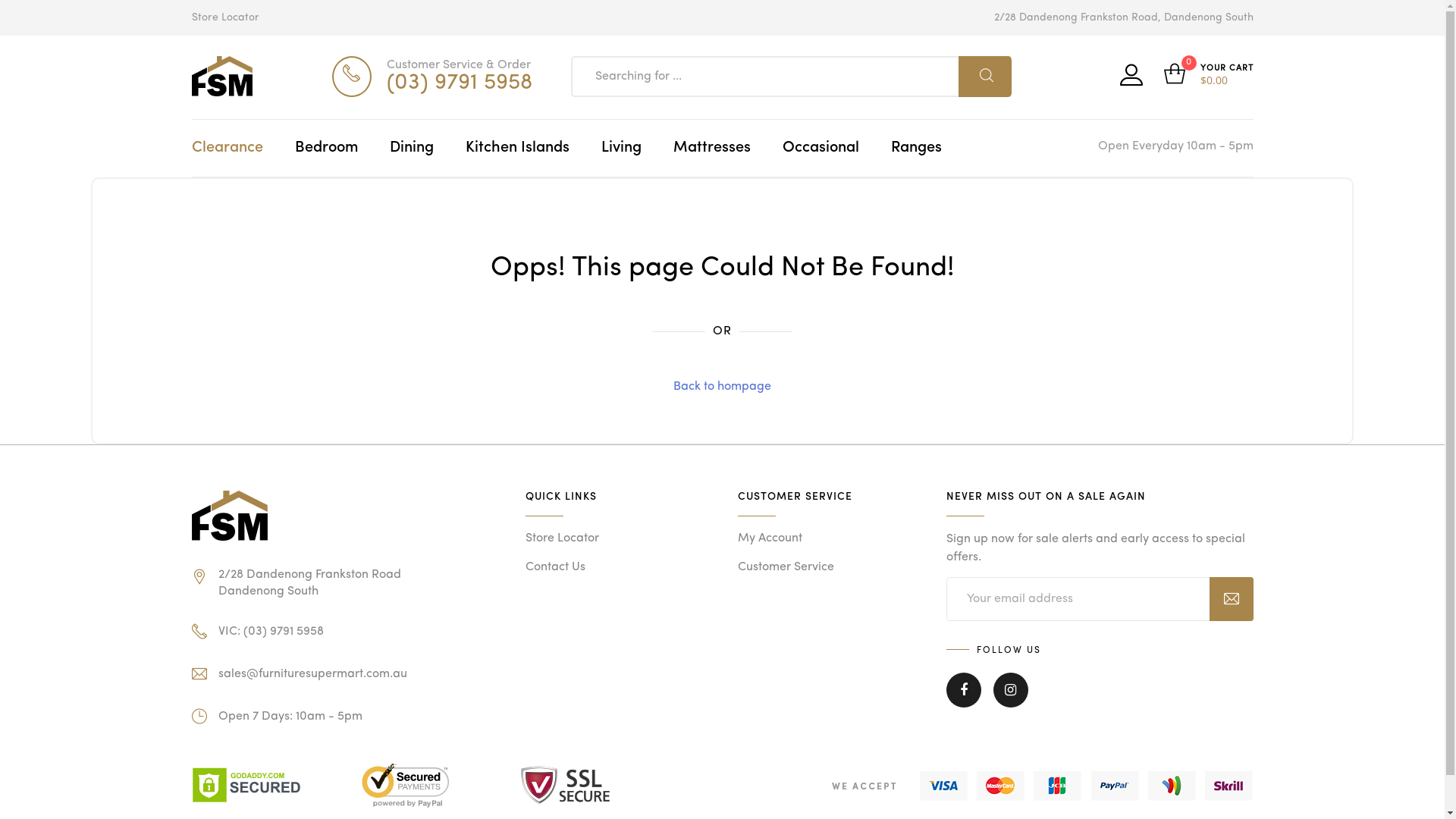  What do you see at coordinates (224, 17) in the screenshot?
I see `'Store Locator'` at bounding box center [224, 17].